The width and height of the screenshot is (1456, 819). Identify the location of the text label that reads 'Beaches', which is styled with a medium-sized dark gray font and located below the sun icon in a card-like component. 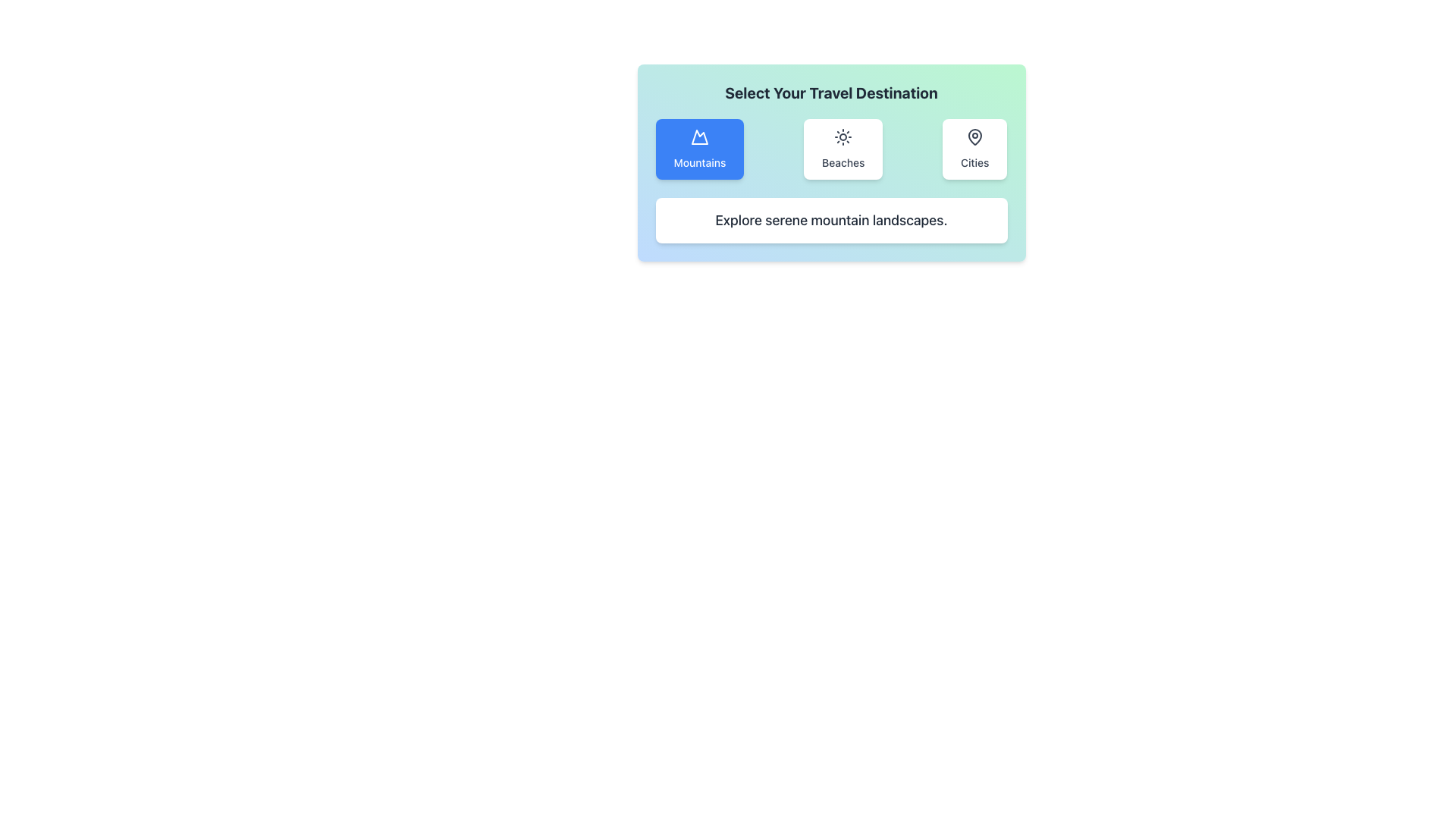
(843, 163).